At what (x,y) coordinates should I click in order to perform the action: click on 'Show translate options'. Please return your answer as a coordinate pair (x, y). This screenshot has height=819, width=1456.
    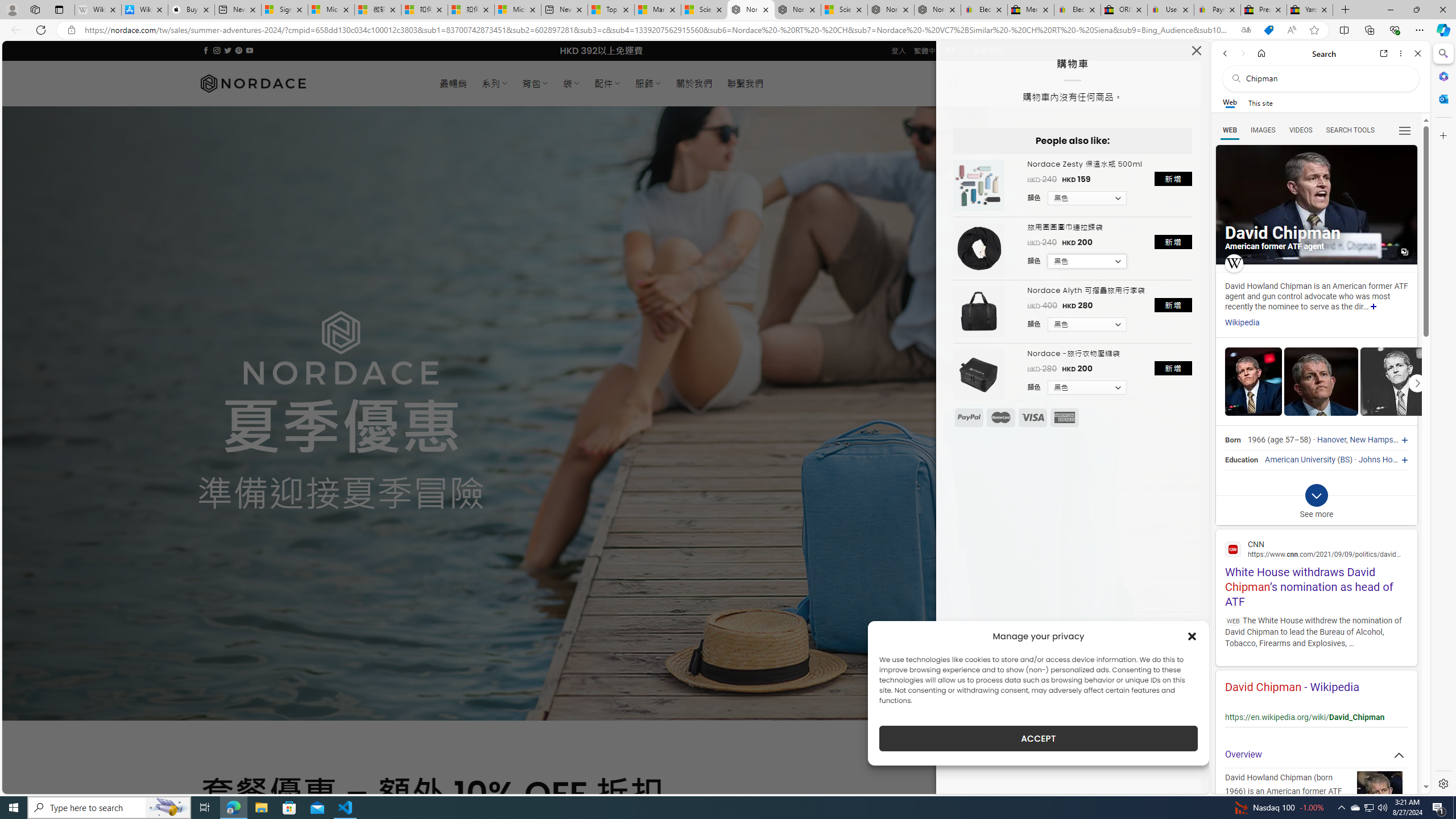
    Looking at the image, I should click on (1246, 30).